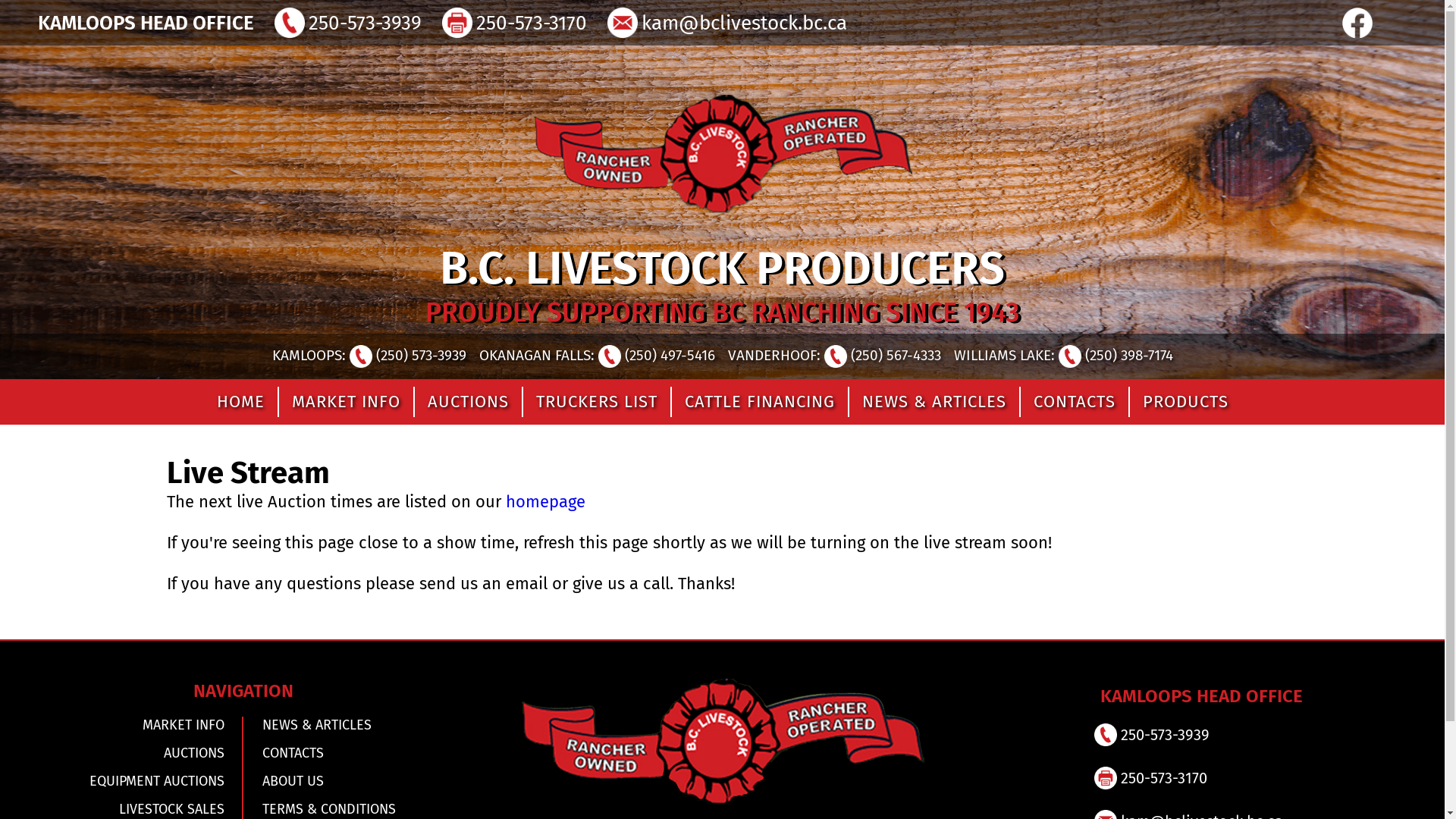 This screenshot has height=819, width=1456. What do you see at coordinates (881, 355) in the screenshot?
I see `'(250) 567-4333'` at bounding box center [881, 355].